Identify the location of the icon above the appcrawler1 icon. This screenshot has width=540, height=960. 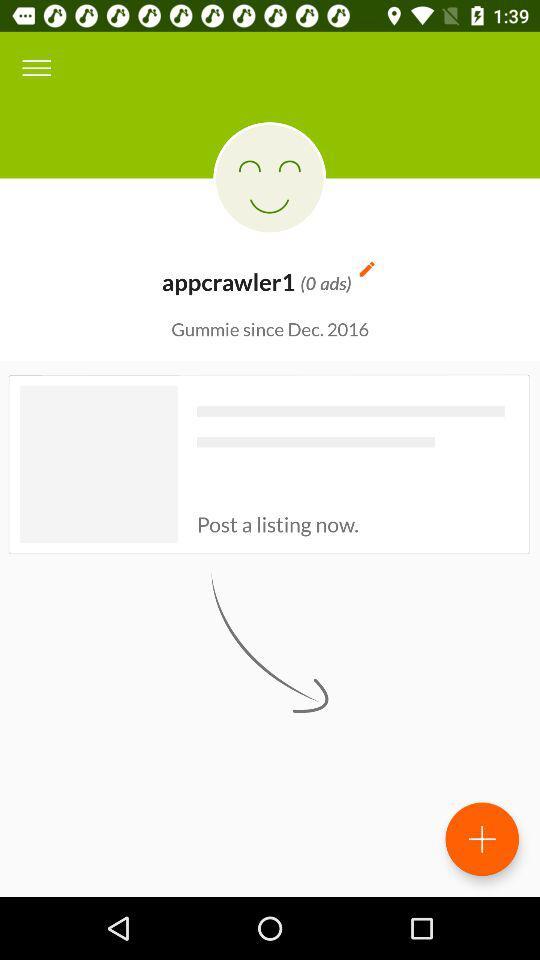
(269, 177).